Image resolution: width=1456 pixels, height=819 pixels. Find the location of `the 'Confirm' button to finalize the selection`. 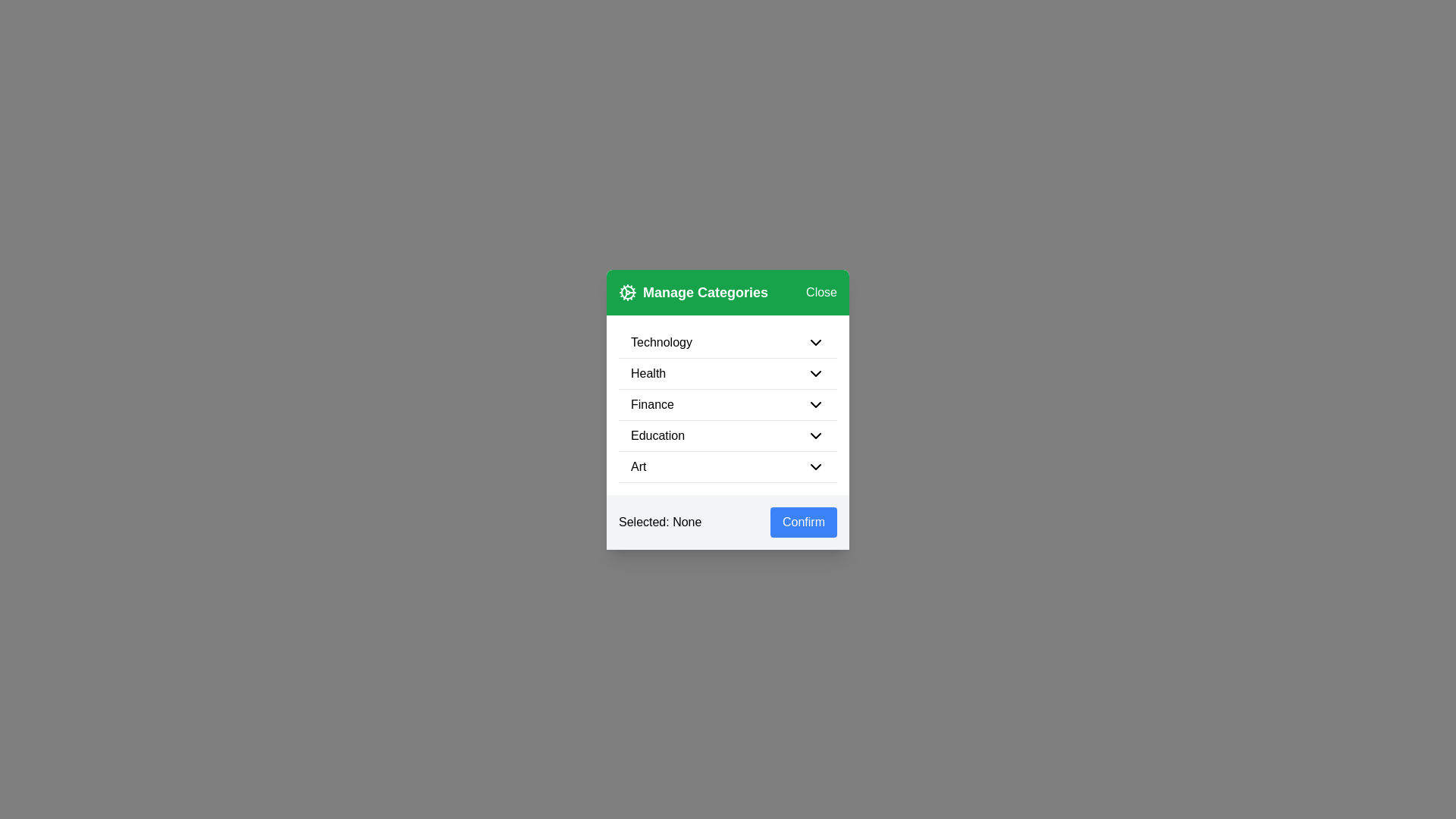

the 'Confirm' button to finalize the selection is located at coordinates (803, 521).